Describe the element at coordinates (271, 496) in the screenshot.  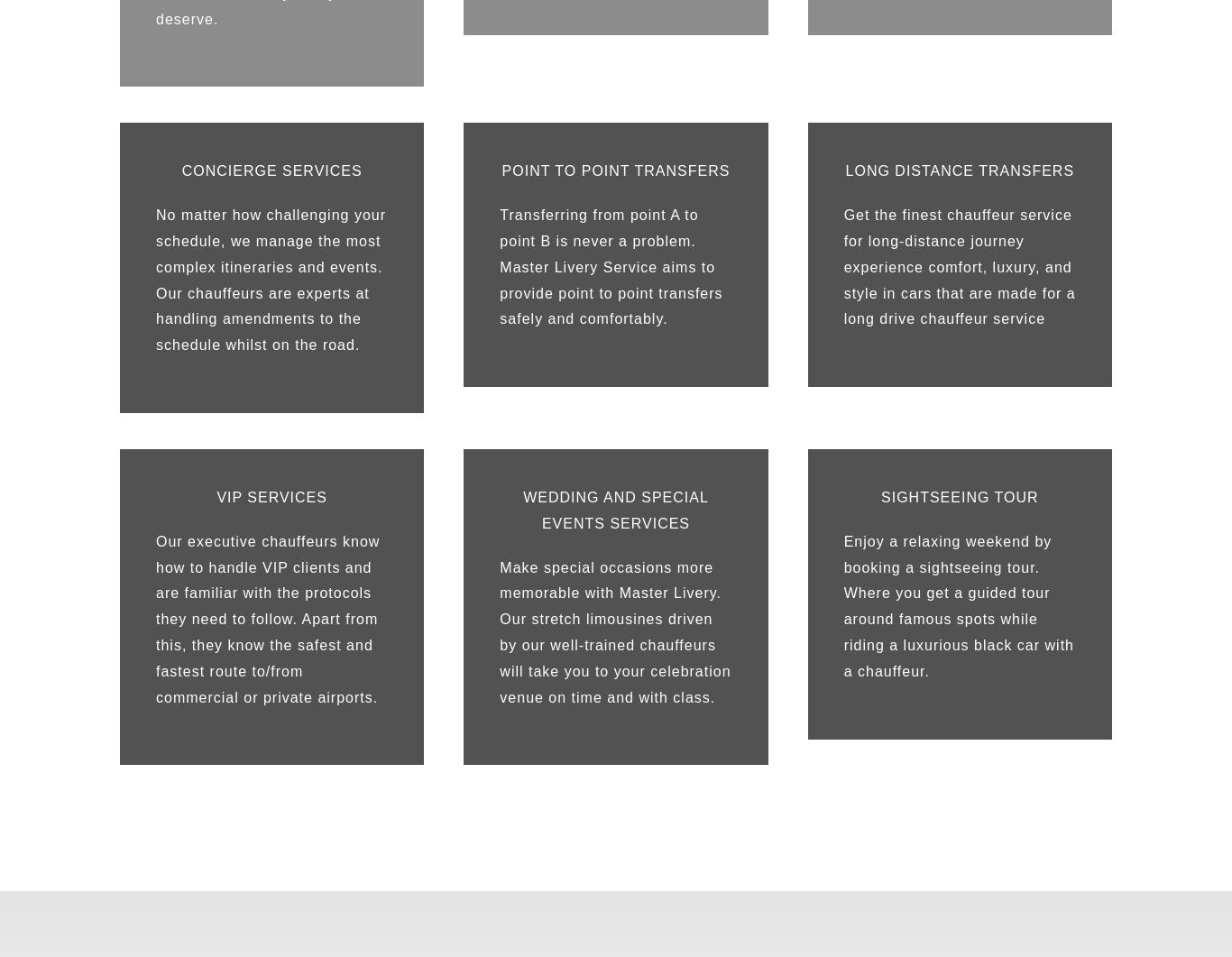
I see `'VIP SERVICES'` at that location.